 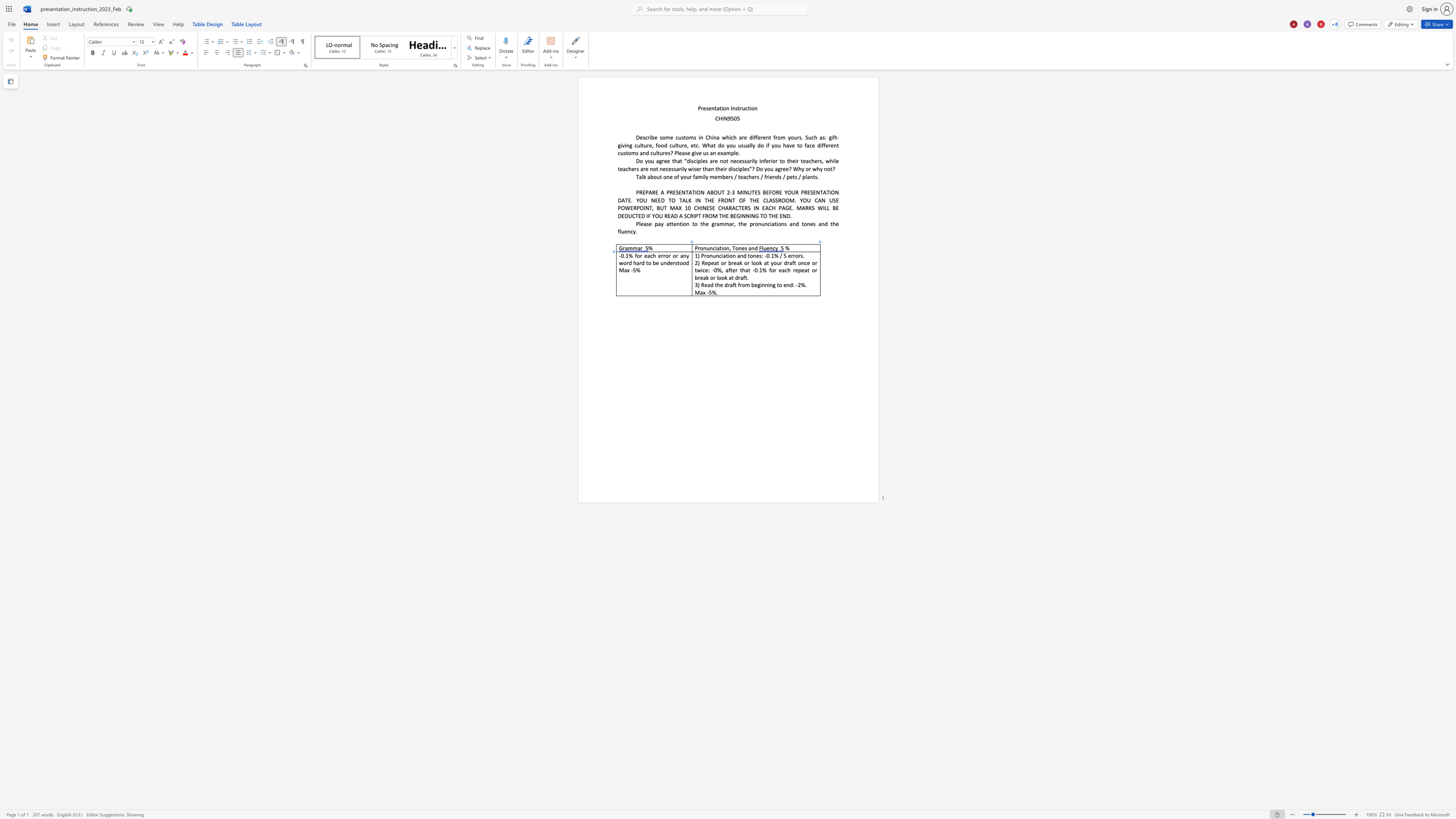 What do you see at coordinates (677, 262) in the screenshot?
I see `the space between the continuous character "s" and "t" in the text` at bounding box center [677, 262].